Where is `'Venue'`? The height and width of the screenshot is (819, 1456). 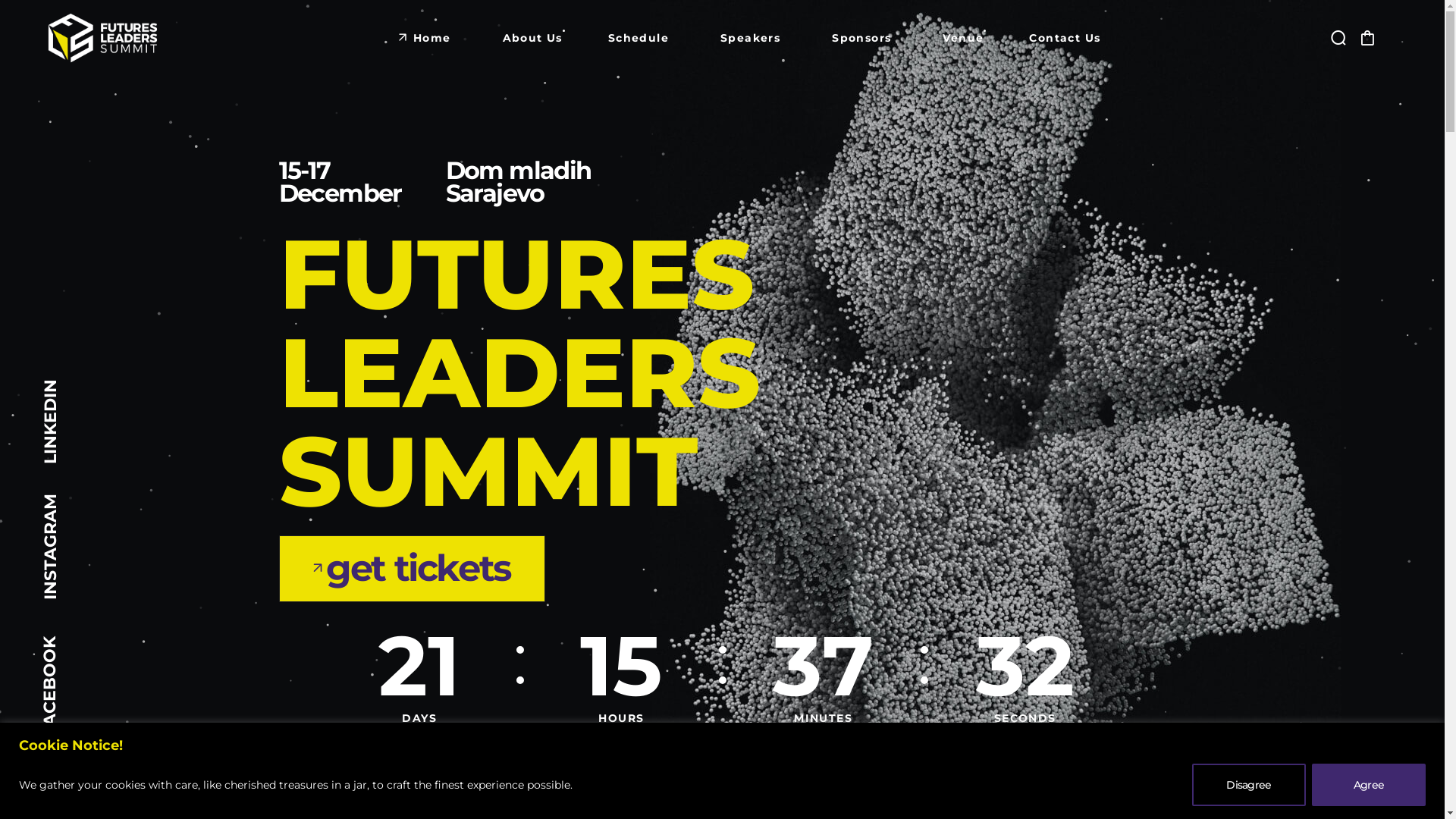
'Venue' is located at coordinates (959, 37).